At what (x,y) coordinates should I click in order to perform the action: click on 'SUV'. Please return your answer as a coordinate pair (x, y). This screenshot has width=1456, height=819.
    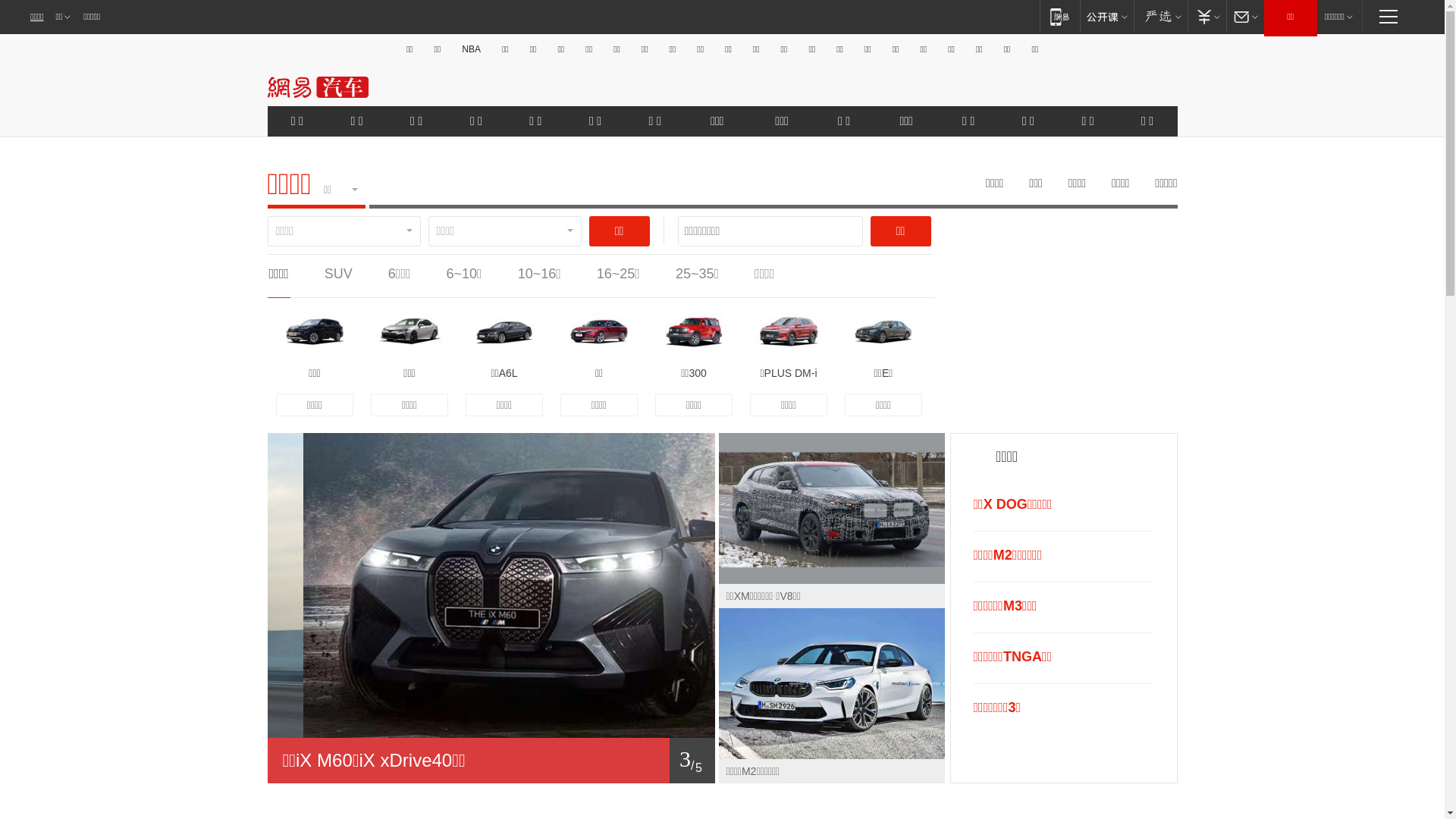
    Looking at the image, I should click on (323, 274).